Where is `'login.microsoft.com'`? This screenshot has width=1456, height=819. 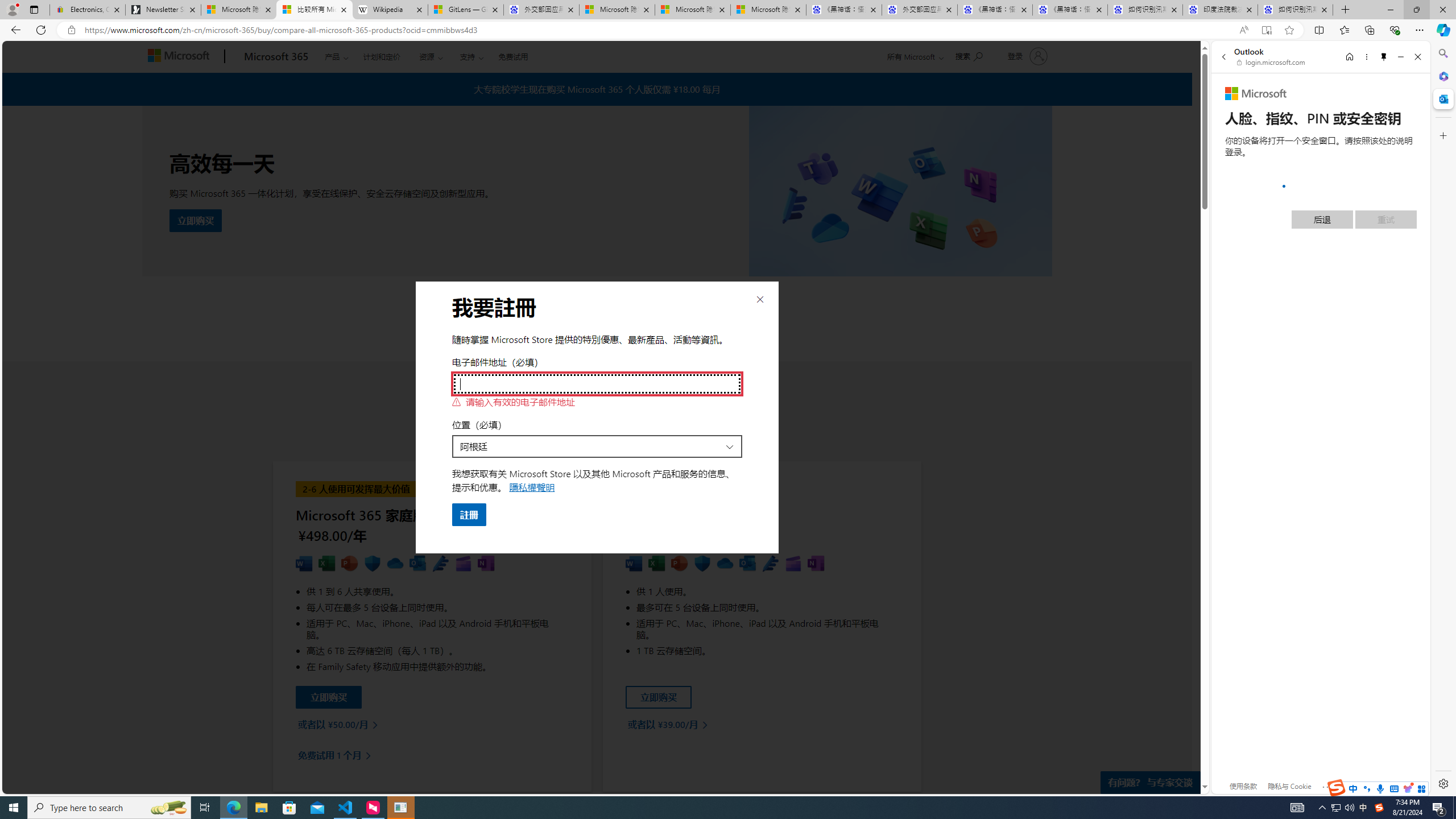 'login.microsoft.com' is located at coordinates (1271, 61).